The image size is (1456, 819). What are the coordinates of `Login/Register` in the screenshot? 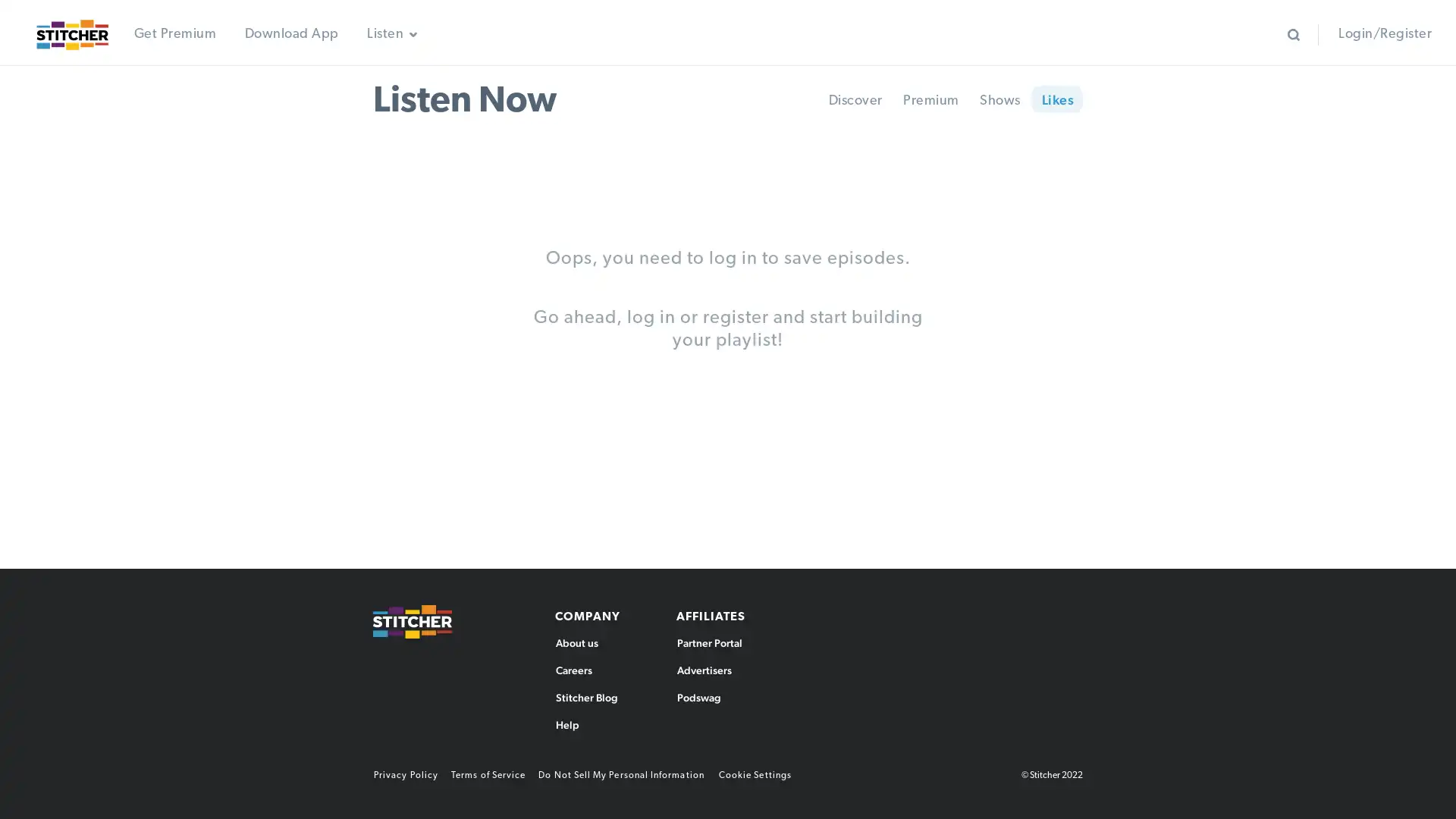 It's located at (1384, 34).